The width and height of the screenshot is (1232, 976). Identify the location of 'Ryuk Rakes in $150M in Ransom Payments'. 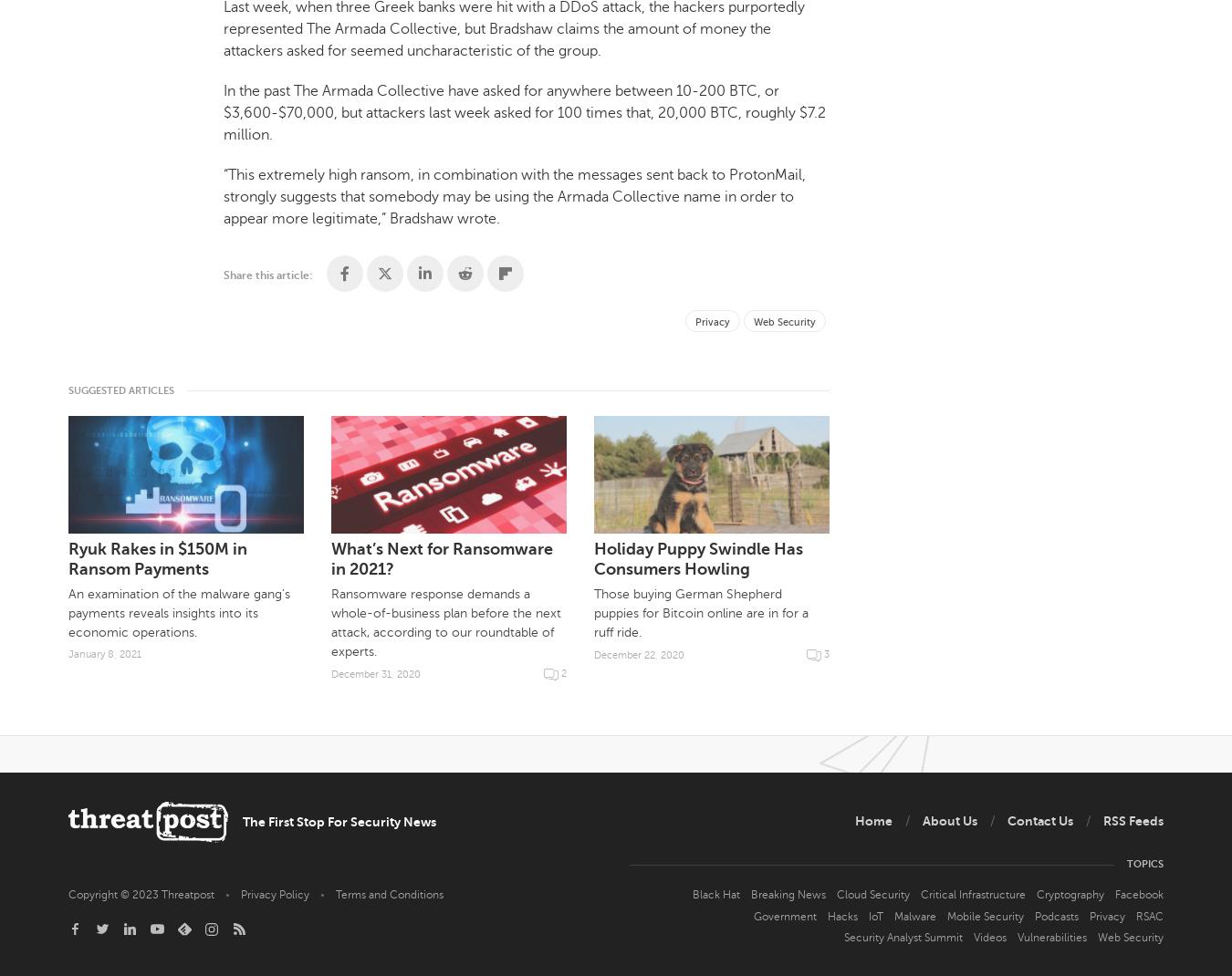
(157, 557).